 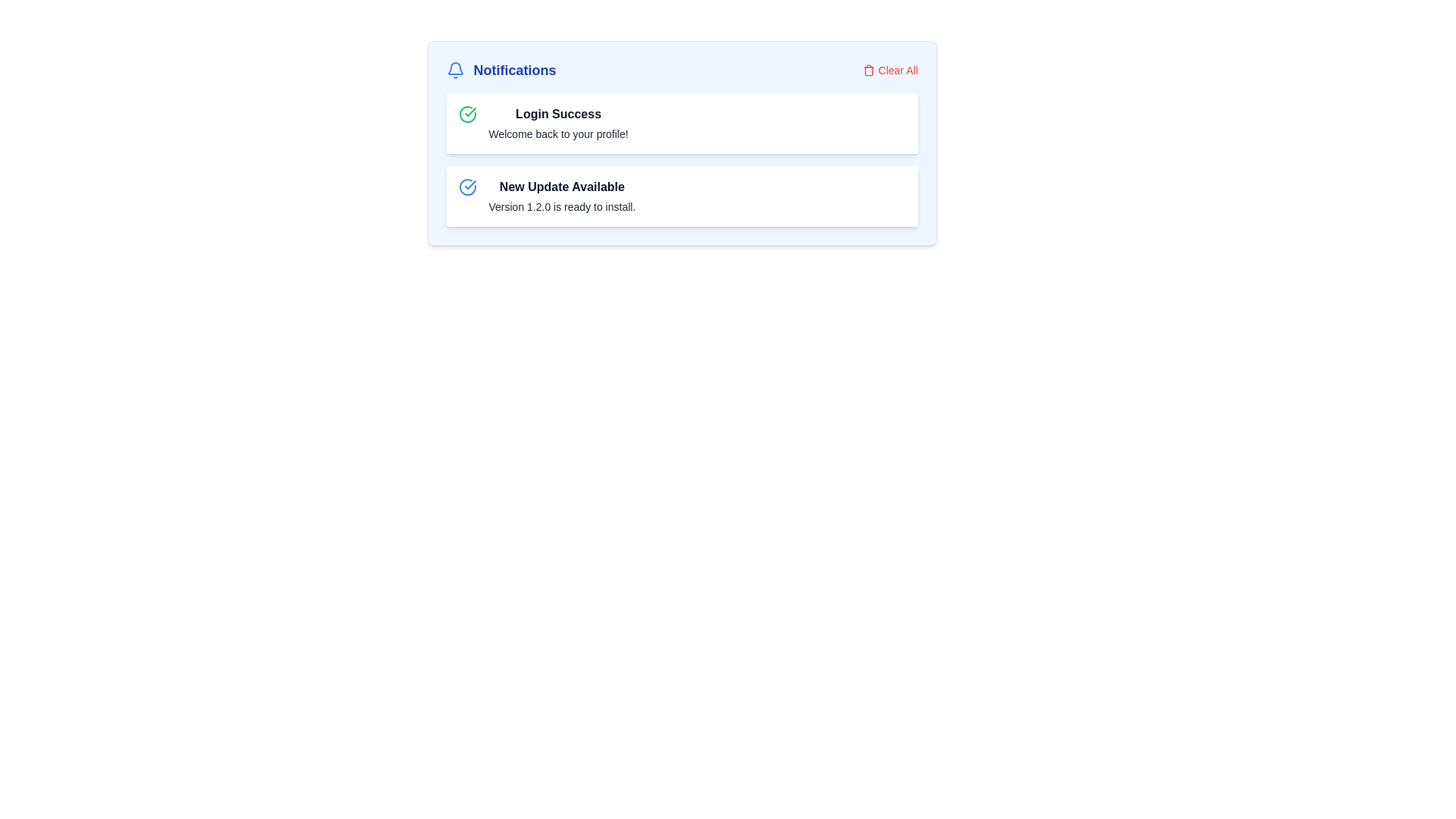 What do you see at coordinates (454, 70) in the screenshot?
I see `the blue notification bell icon located on the far left of the 'Notifications' title in the notification header section` at bounding box center [454, 70].